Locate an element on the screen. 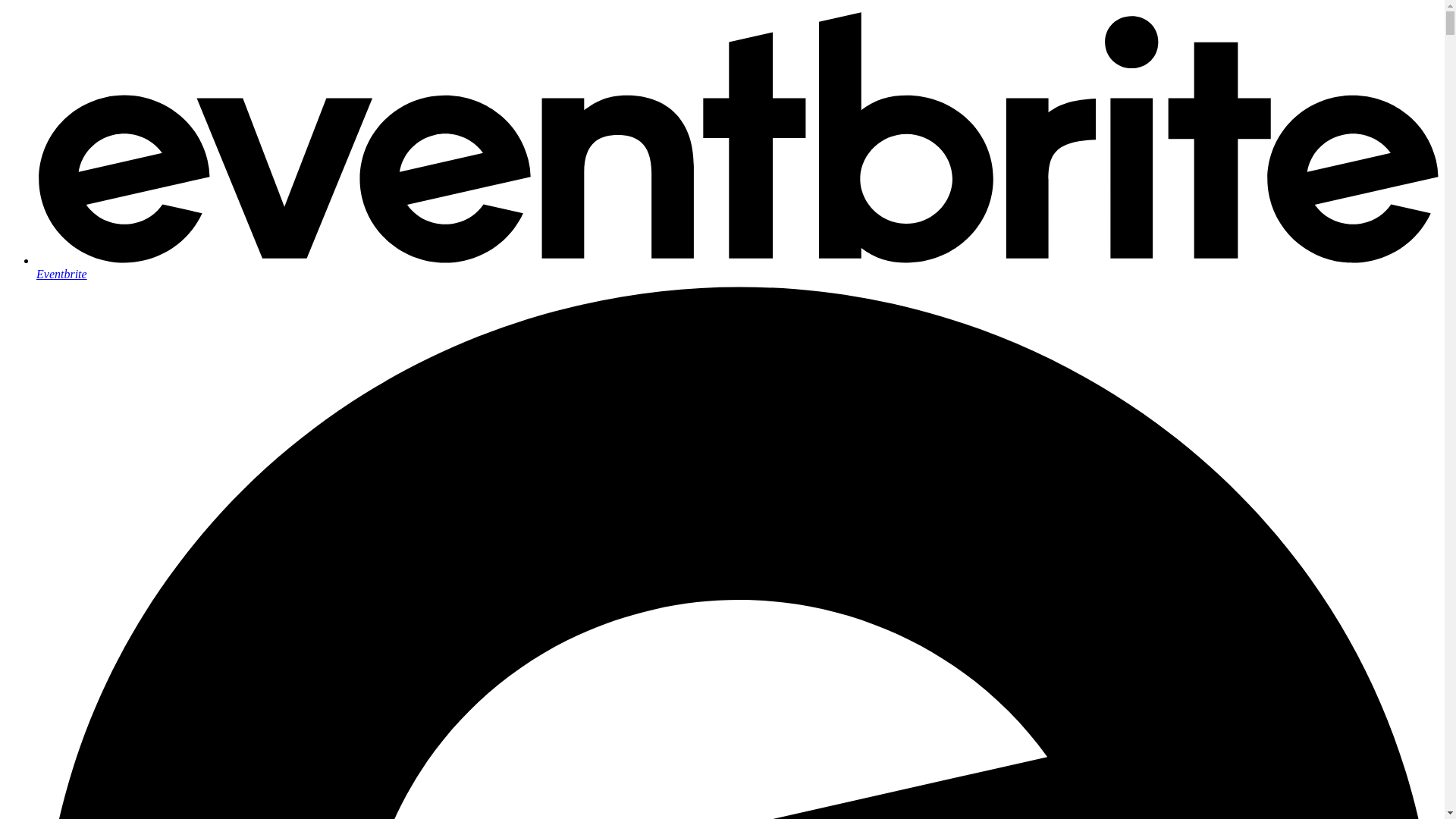 The height and width of the screenshot is (819, 1456). 'Eventbrite' is located at coordinates (737, 266).